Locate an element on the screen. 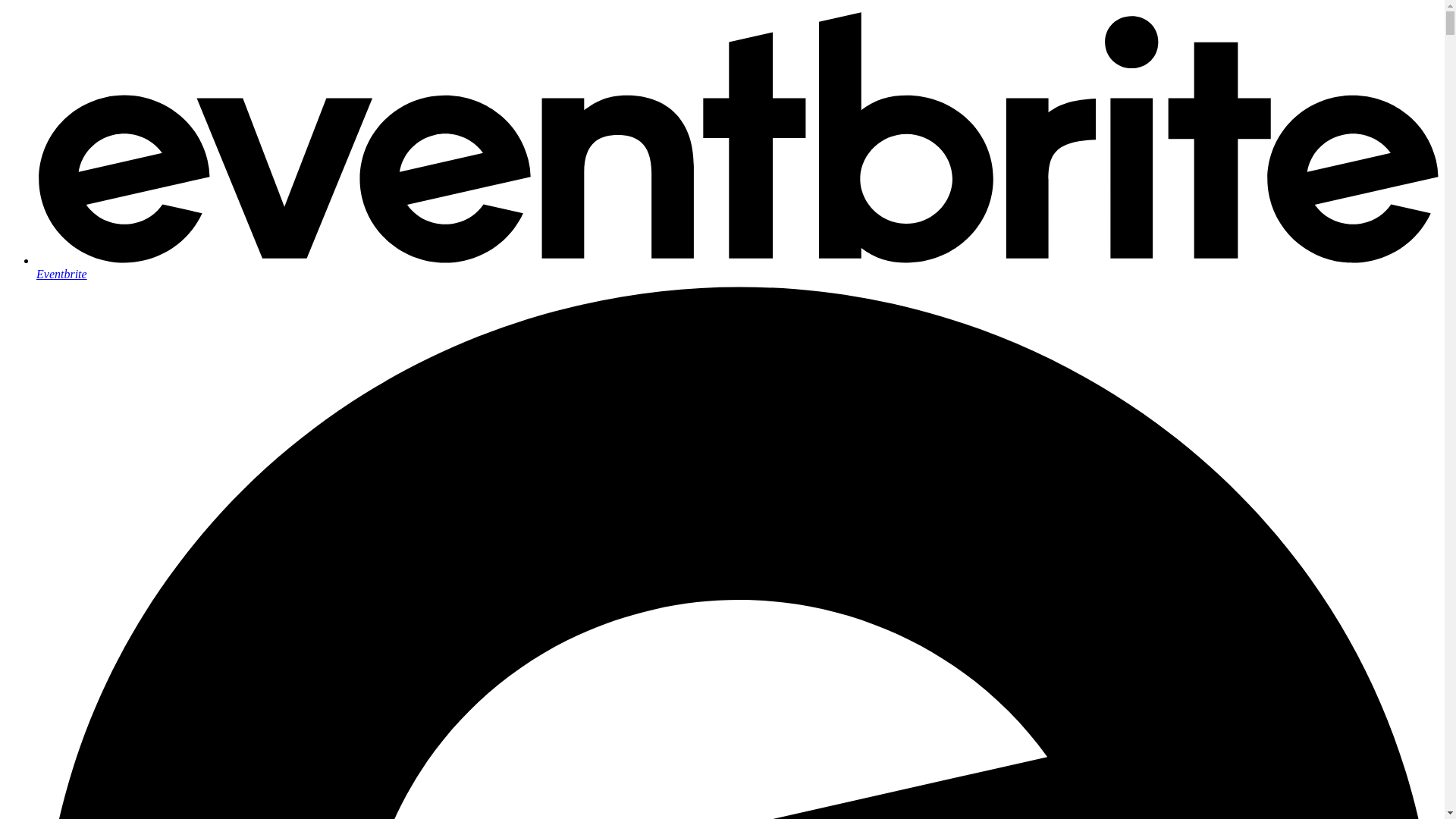 The height and width of the screenshot is (819, 1456). 'Eventbrite' is located at coordinates (737, 266).